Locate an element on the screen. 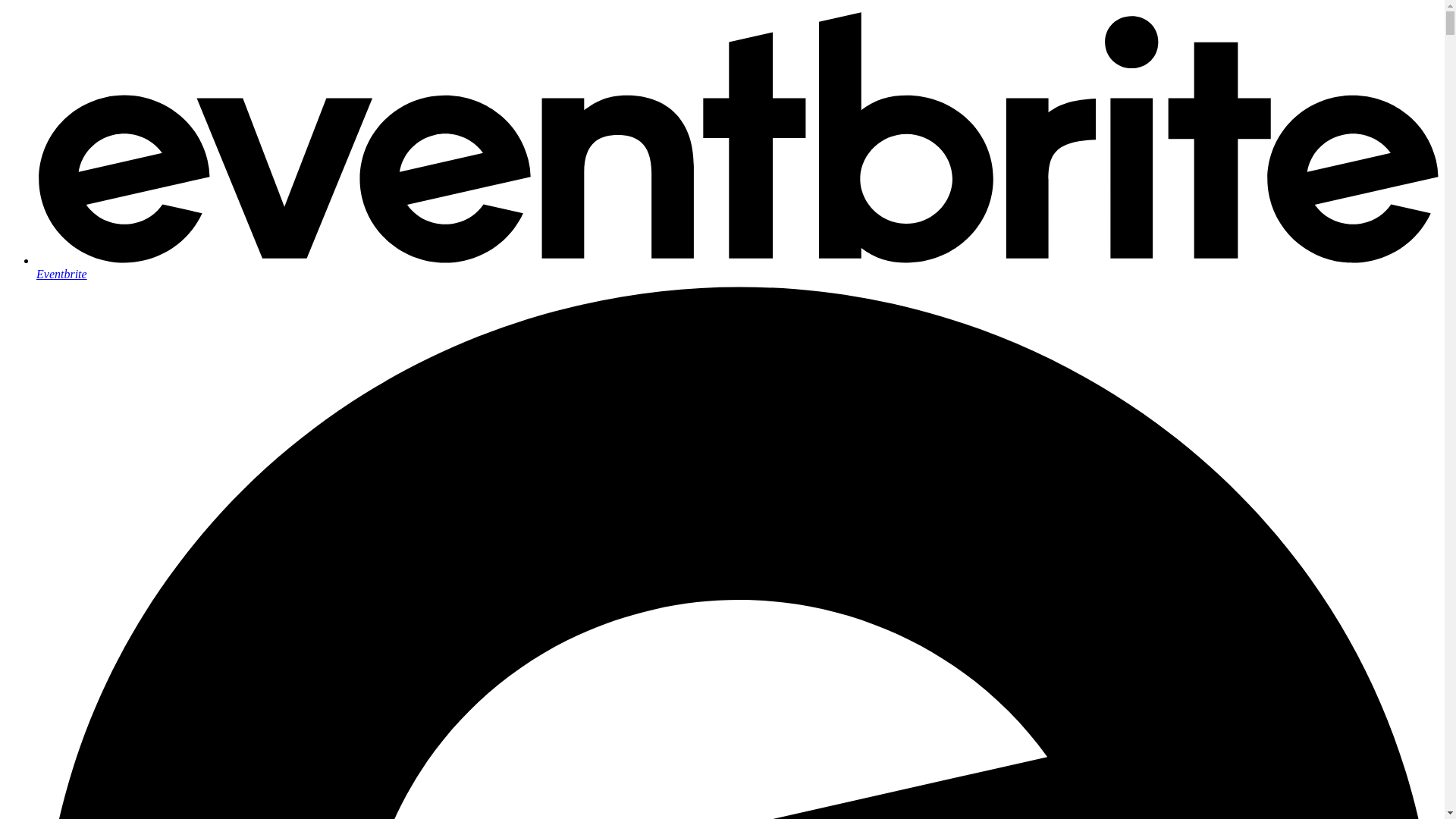 The height and width of the screenshot is (819, 1456). 'Eventbrite' is located at coordinates (737, 266).